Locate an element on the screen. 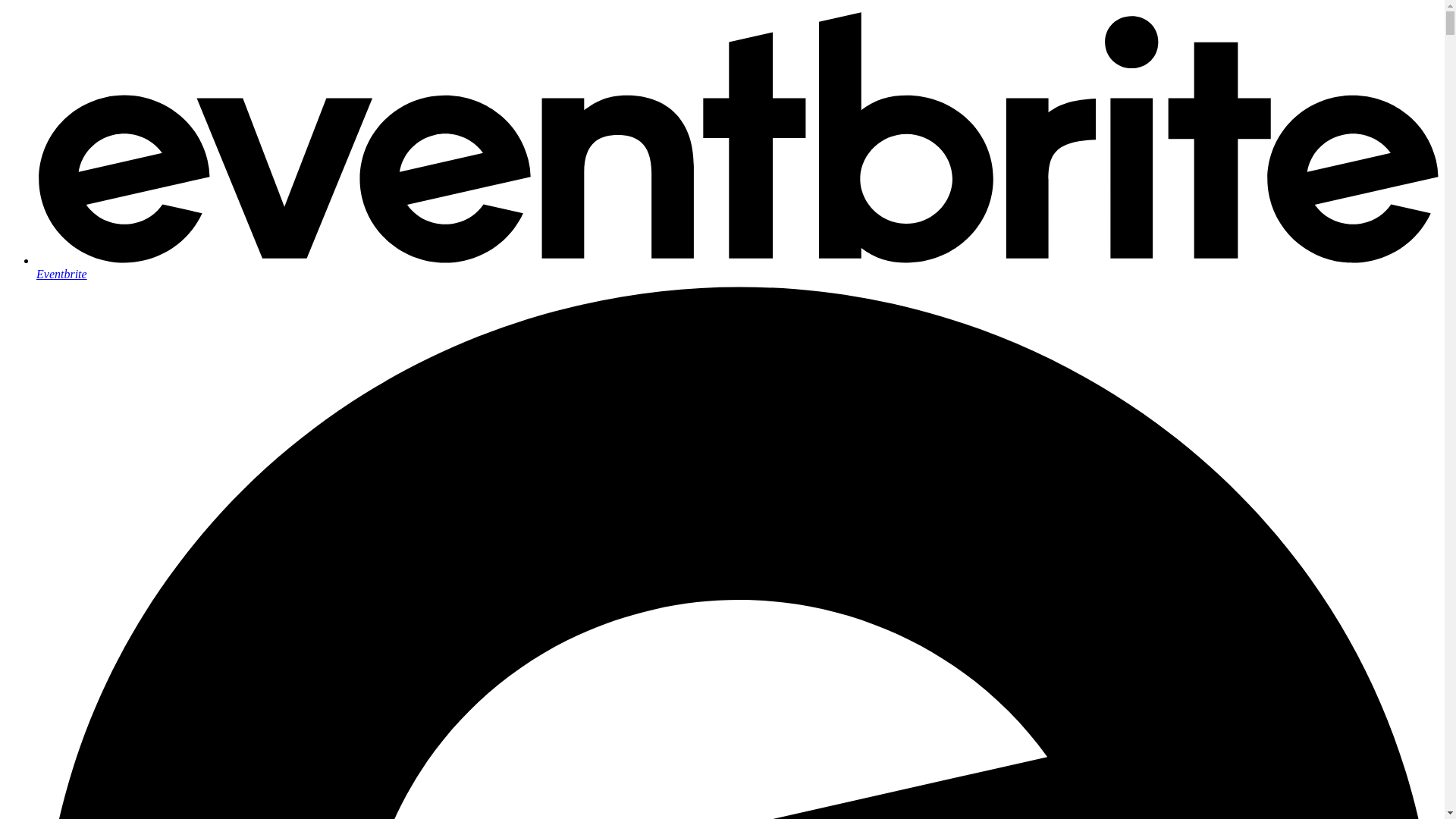 The height and width of the screenshot is (819, 1456). 'Eventbrite' is located at coordinates (737, 266).